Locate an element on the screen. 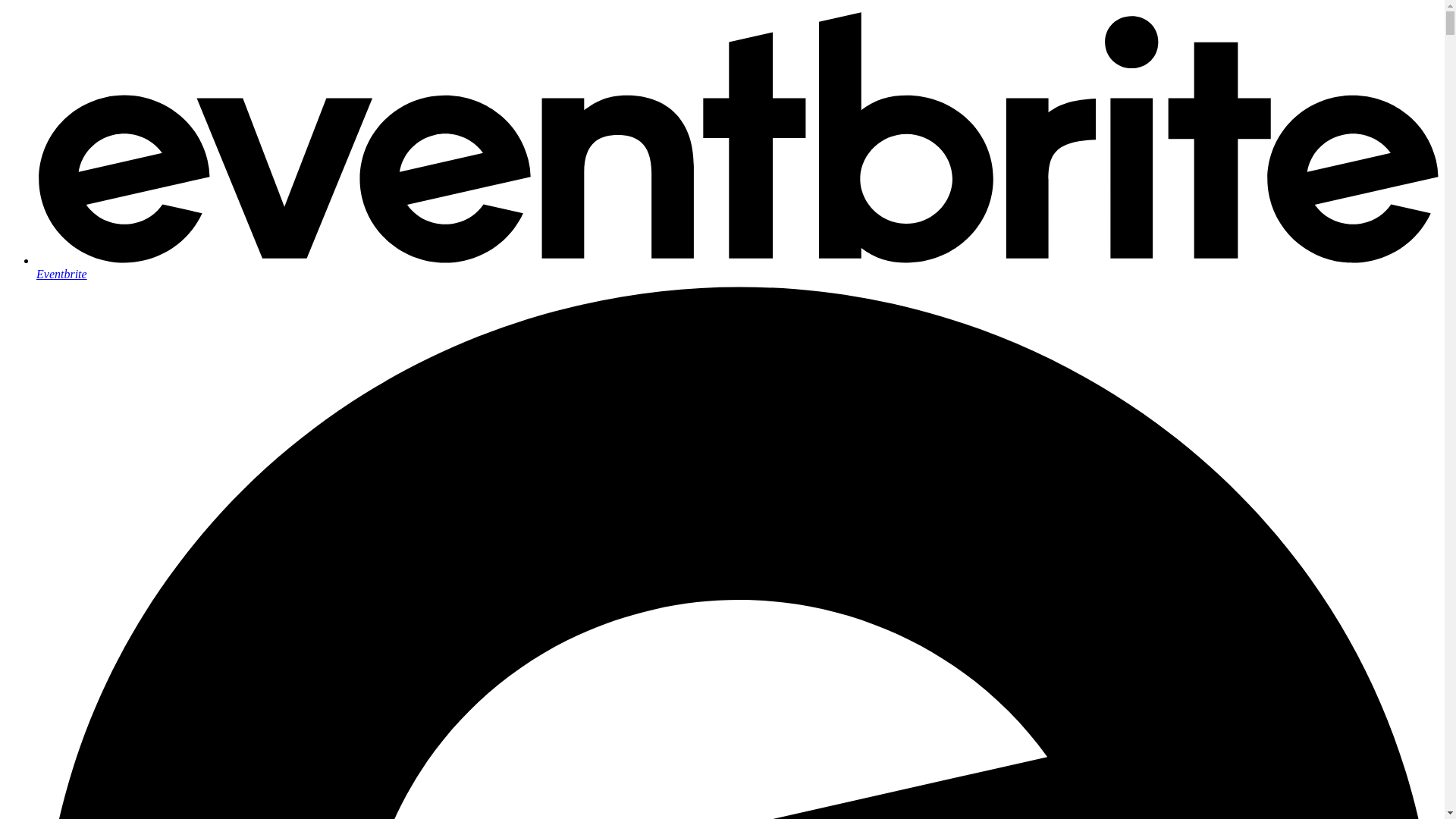 The height and width of the screenshot is (819, 1456). 'Eventbrite' is located at coordinates (737, 266).